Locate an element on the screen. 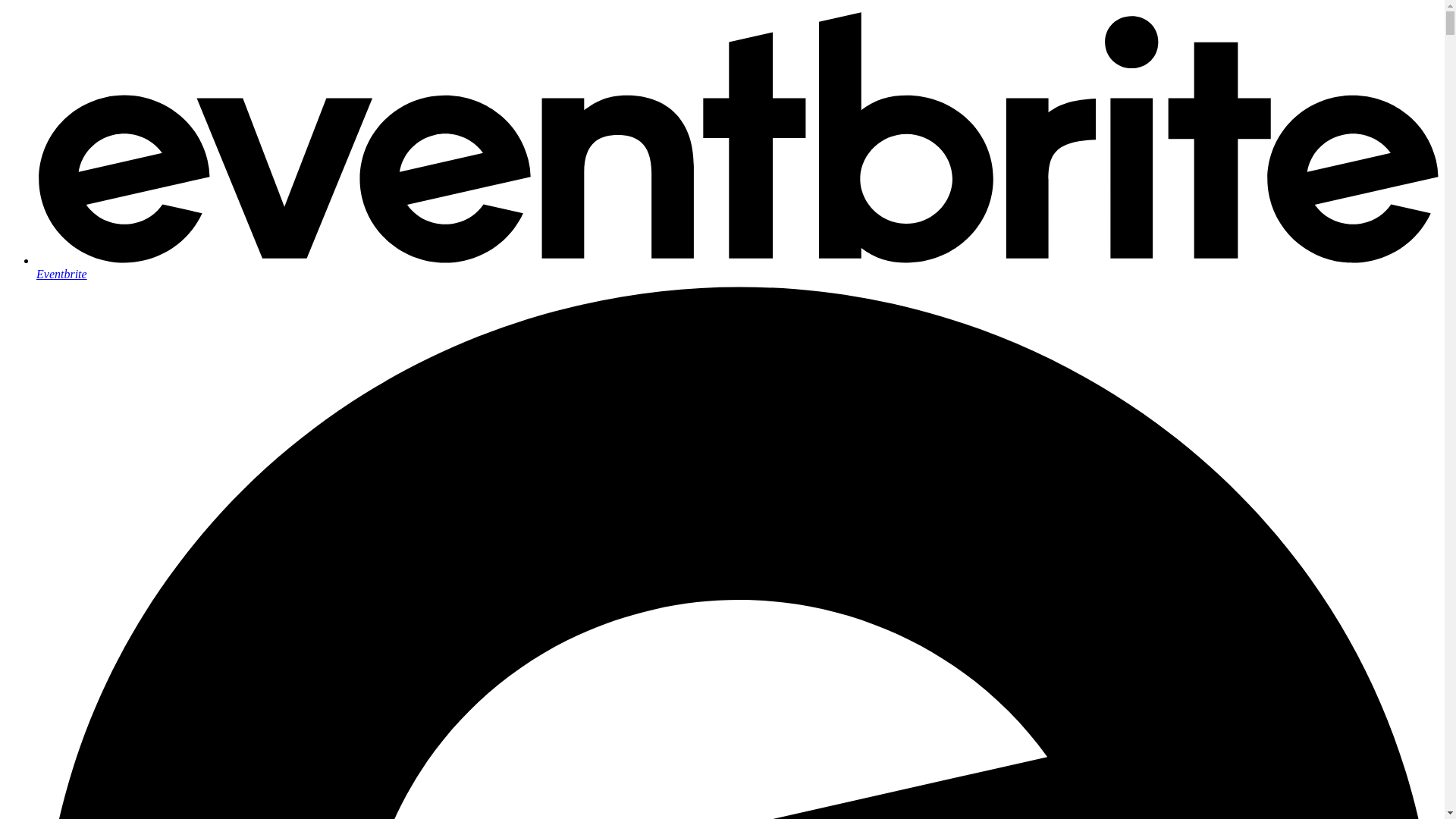 The height and width of the screenshot is (819, 1456). 'Eventbrite' is located at coordinates (737, 266).